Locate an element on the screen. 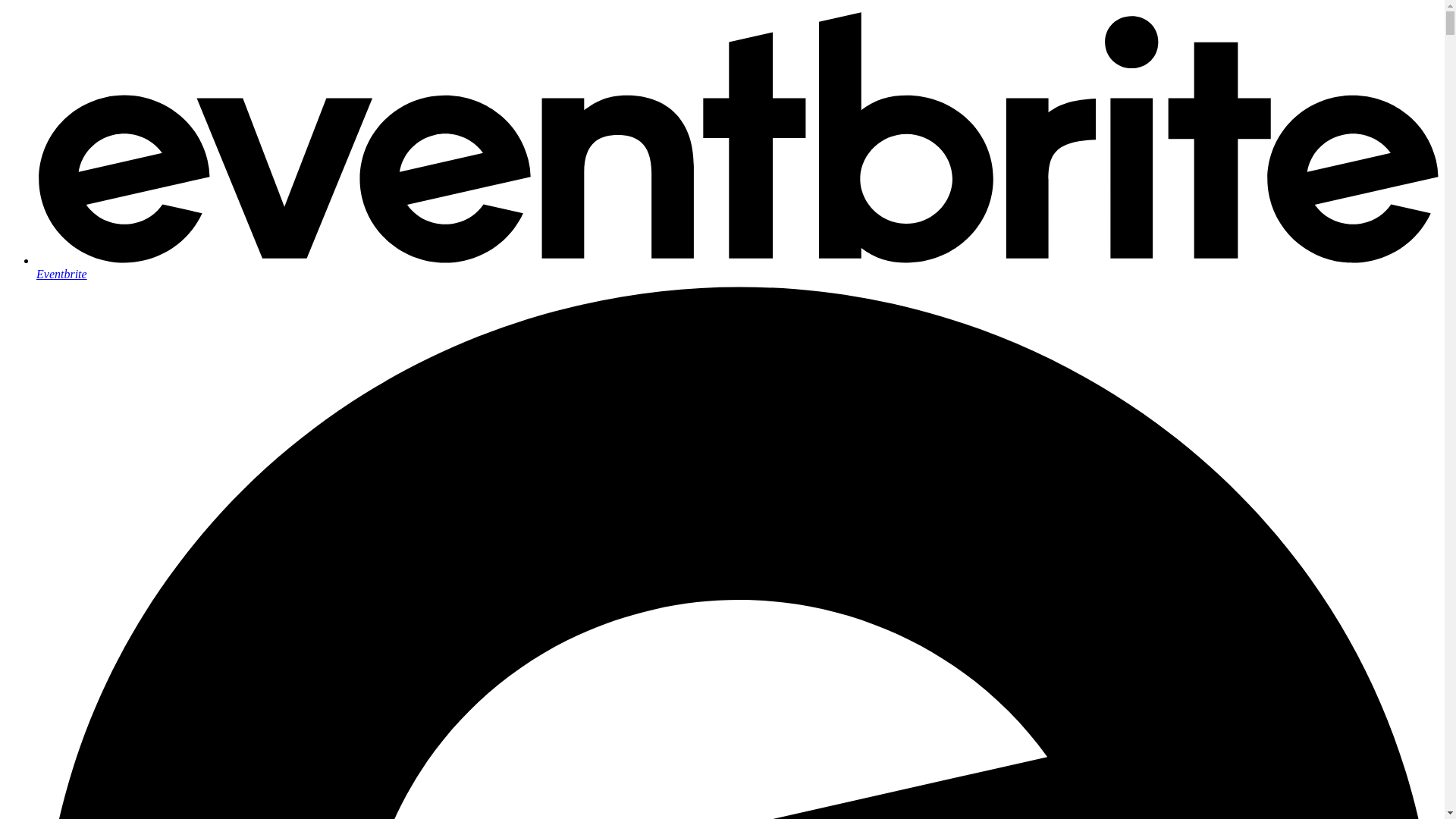 The height and width of the screenshot is (819, 1456). 'Eventbrite' is located at coordinates (737, 266).